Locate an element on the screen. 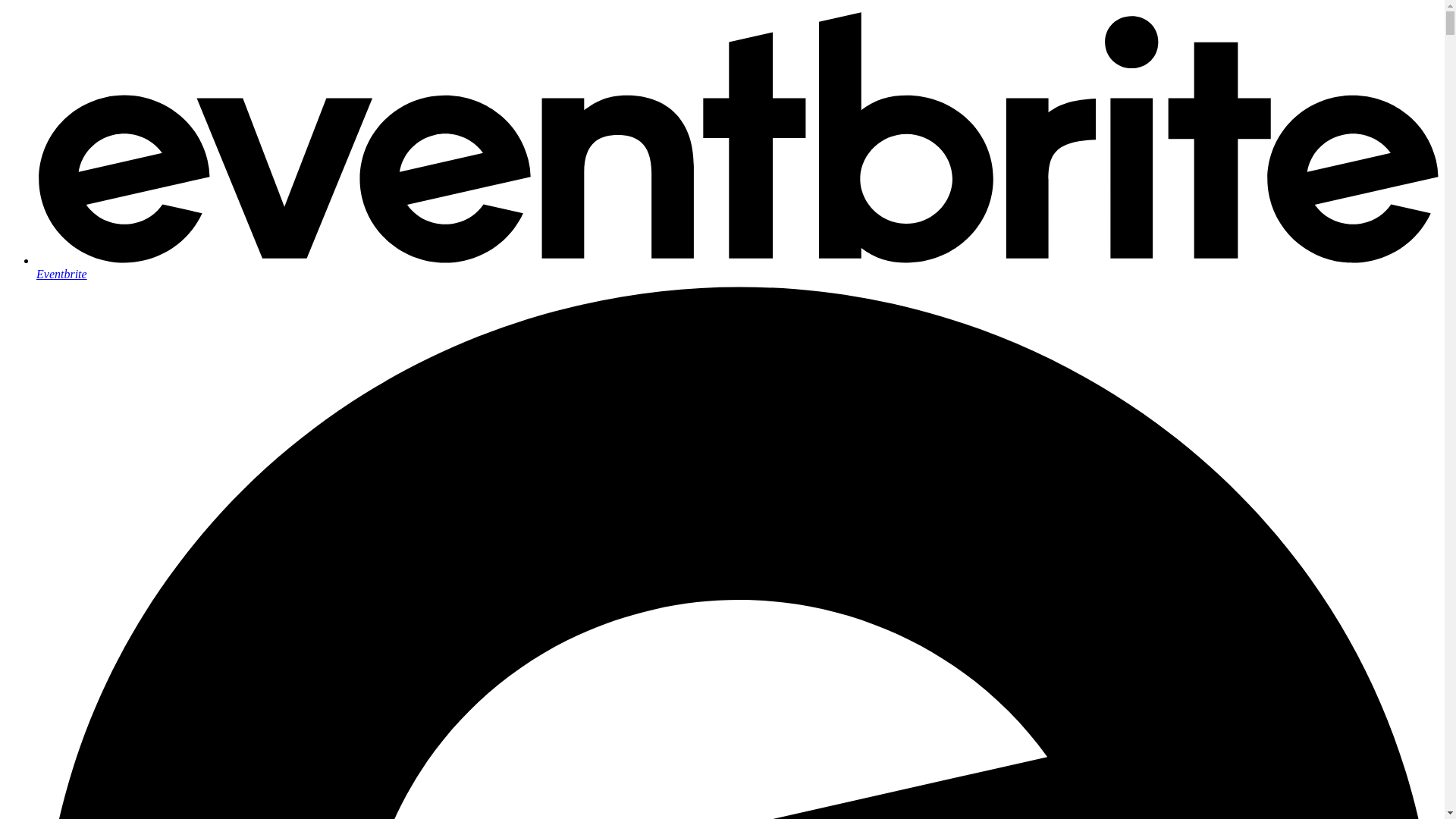 The height and width of the screenshot is (819, 1456). 'Eventbrite' is located at coordinates (737, 266).